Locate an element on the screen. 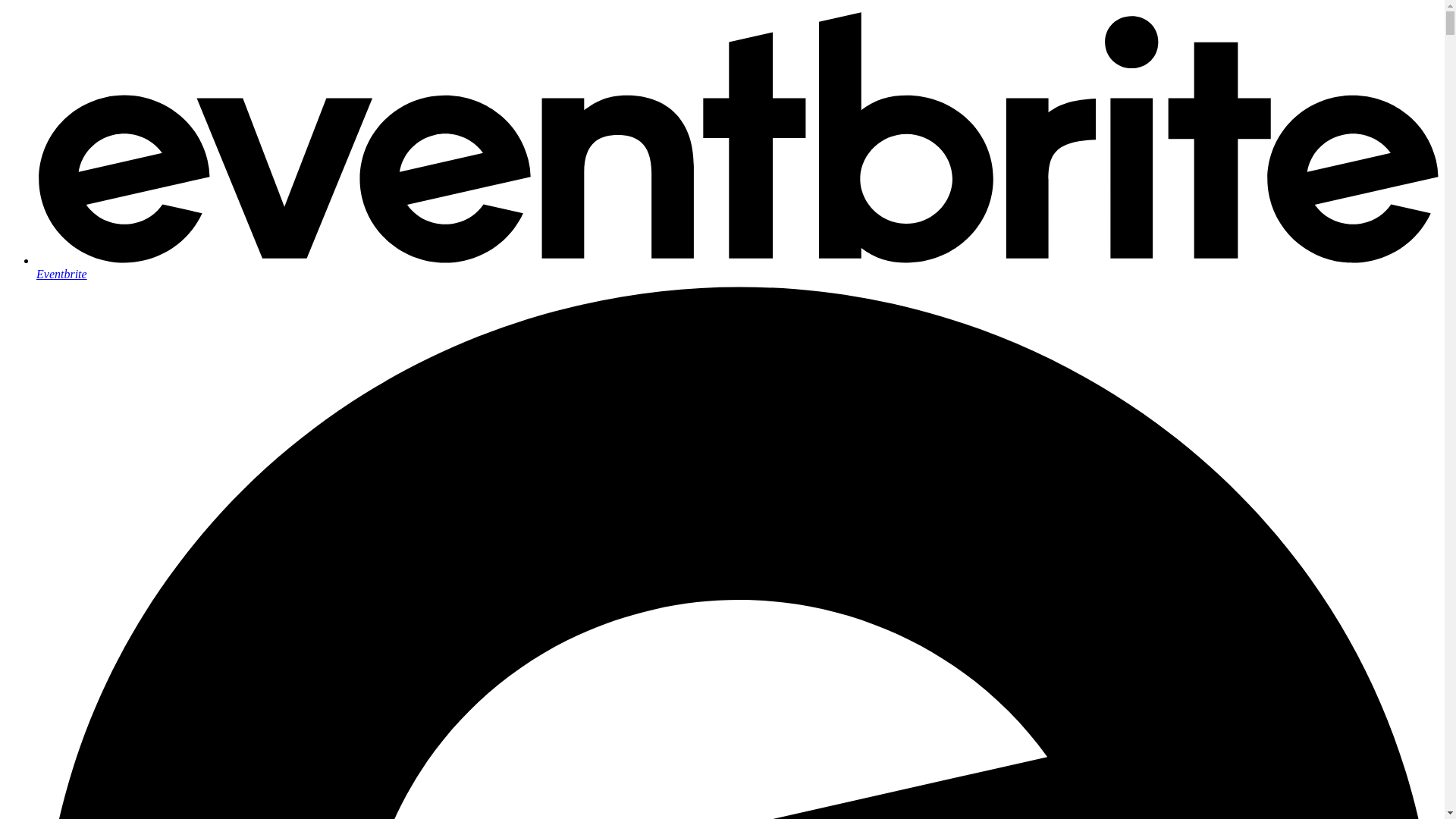 The height and width of the screenshot is (819, 1456). 'Eventbrite' is located at coordinates (737, 266).